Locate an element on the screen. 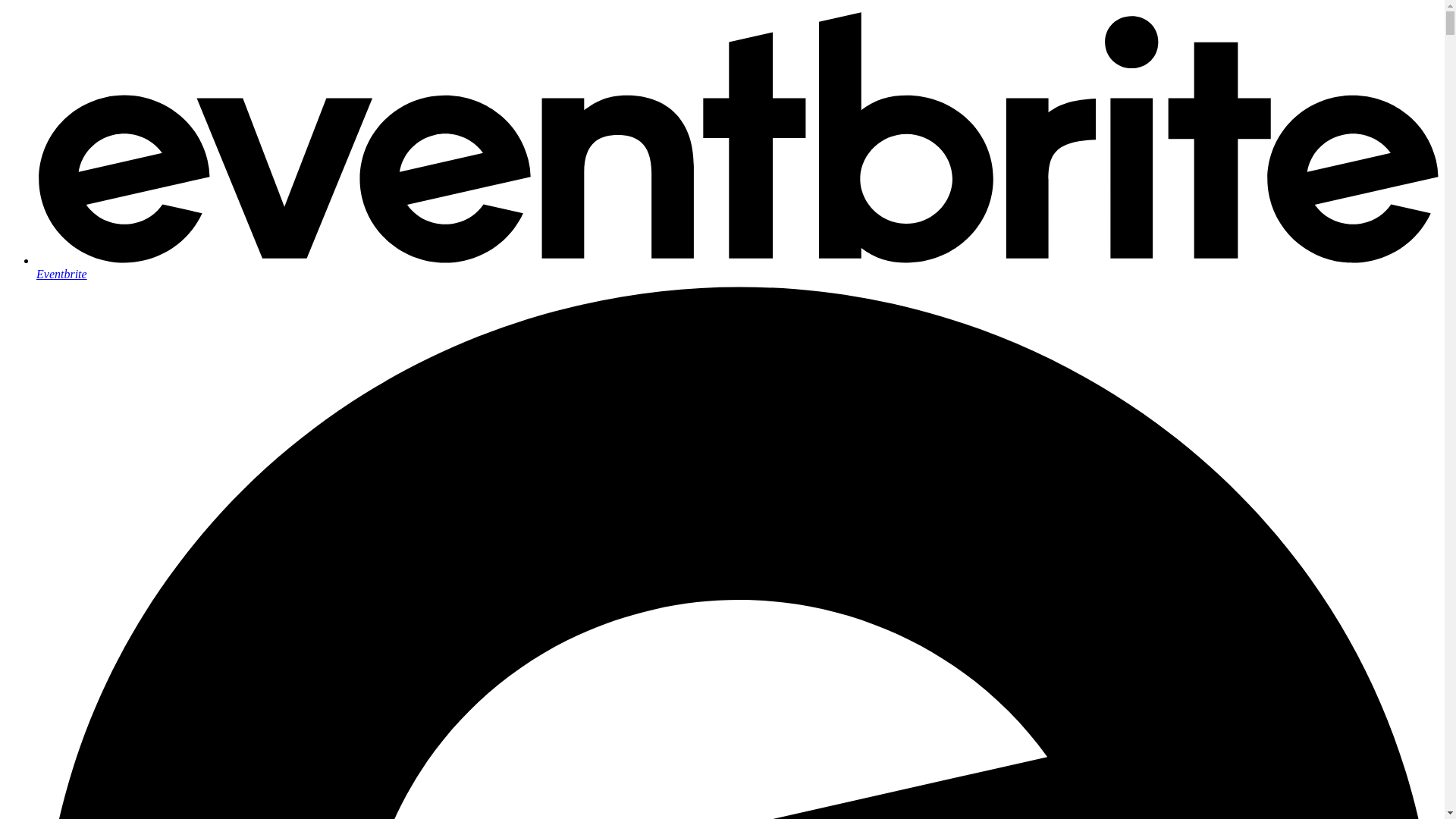 The height and width of the screenshot is (819, 1456). 'Eventbrite' is located at coordinates (737, 266).